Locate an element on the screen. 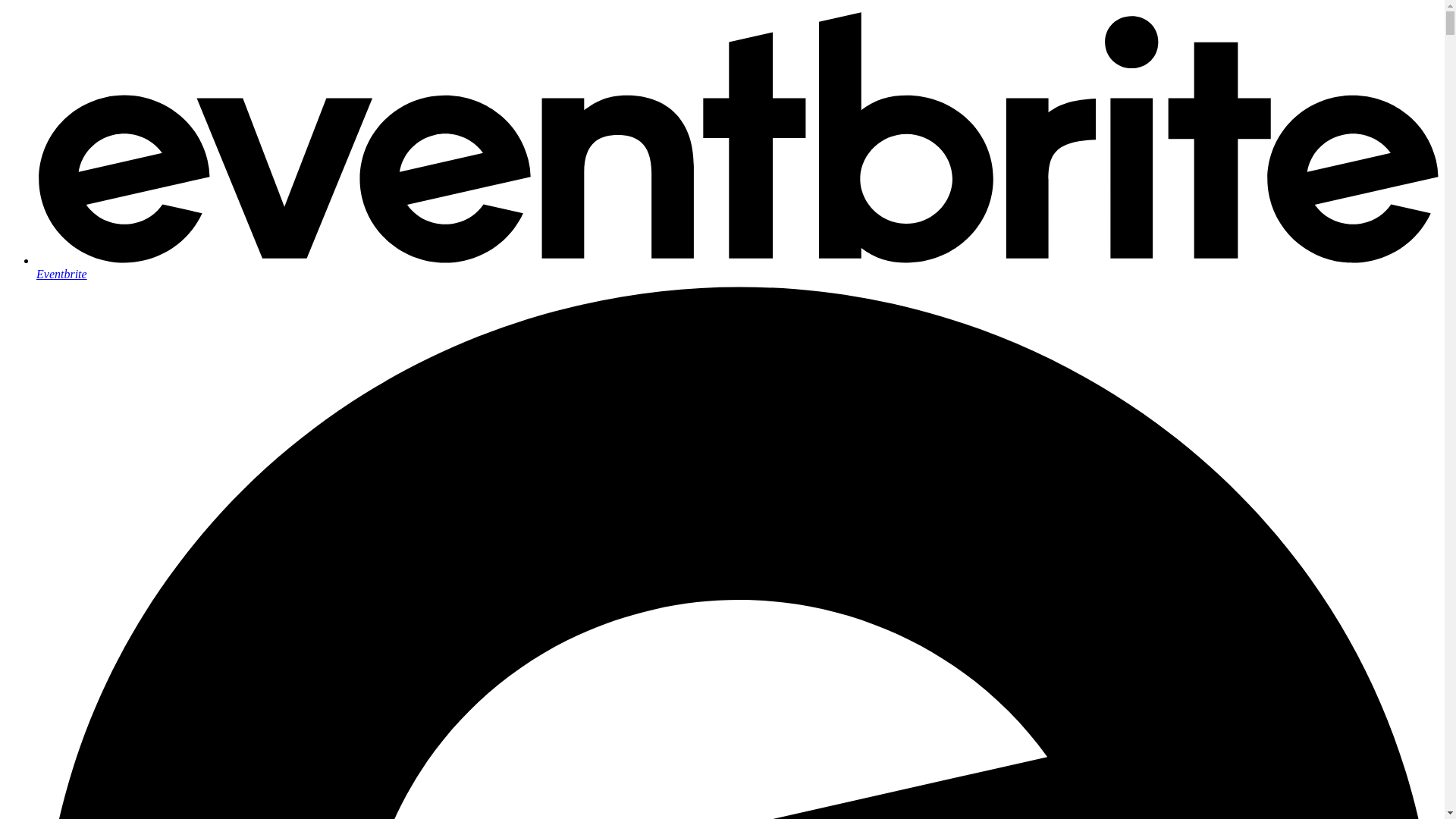 The height and width of the screenshot is (819, 1456). 'Eventbrite' is located at coordinates (737, 266).